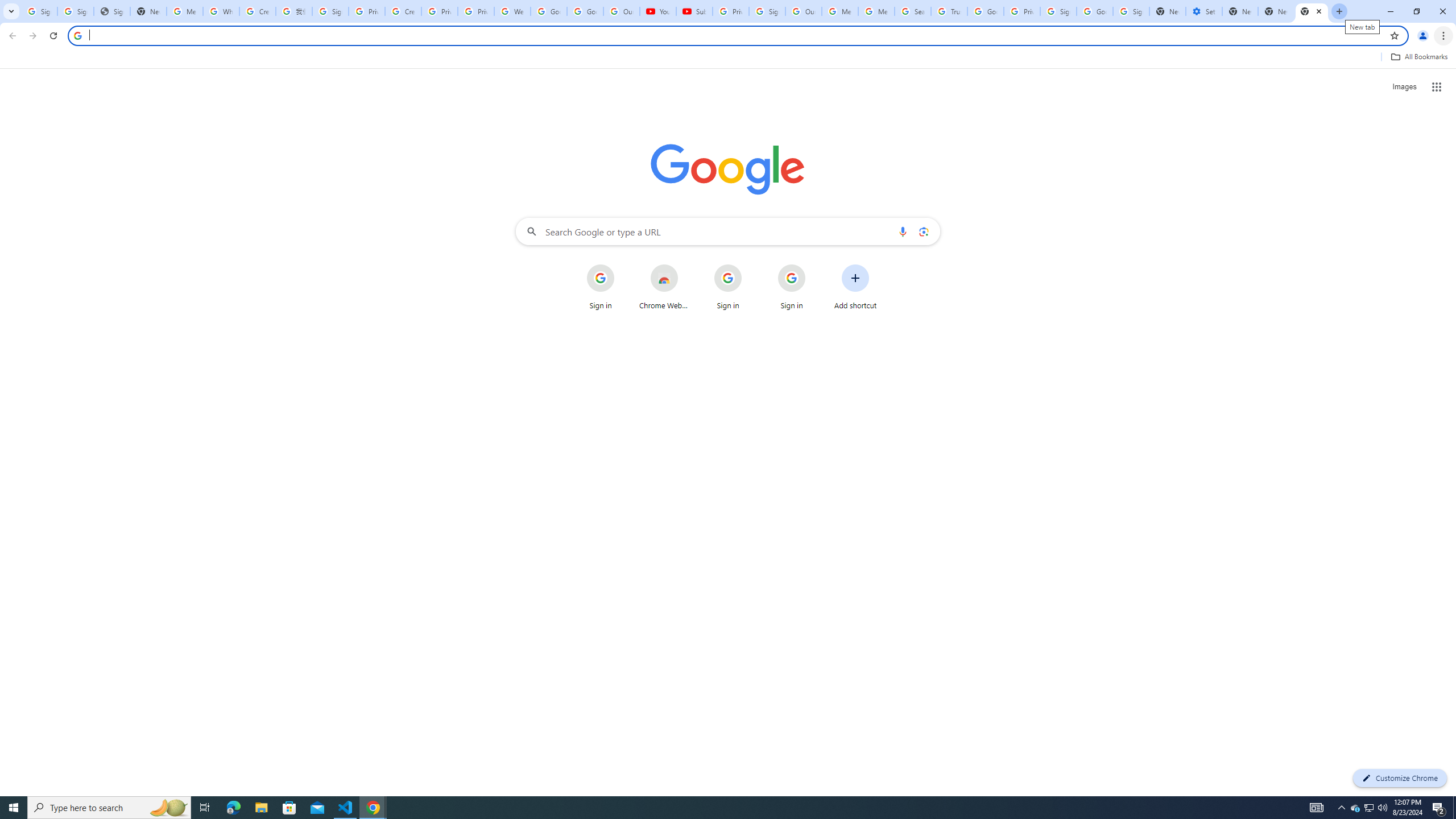 Image resolution: width=1456 pixels, height=819 pixels. What do you see at coordinates (663, 287) in the screenshot?
I see `'Chrome Web Store'` at bounding box center [663, 287].